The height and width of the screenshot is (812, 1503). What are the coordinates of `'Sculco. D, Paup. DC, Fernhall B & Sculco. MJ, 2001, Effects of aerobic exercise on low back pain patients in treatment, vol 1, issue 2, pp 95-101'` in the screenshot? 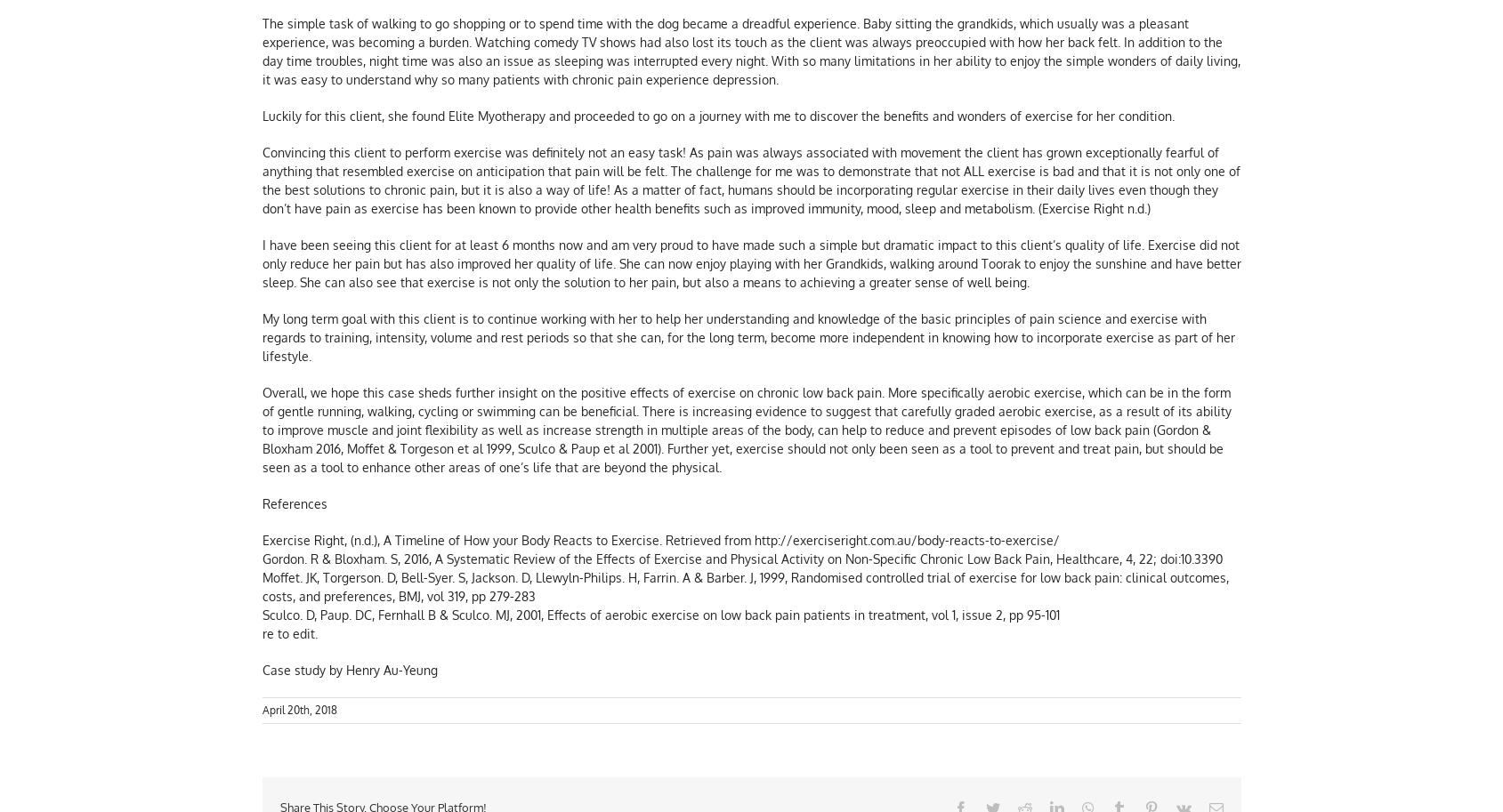 It's located at (659, 617).